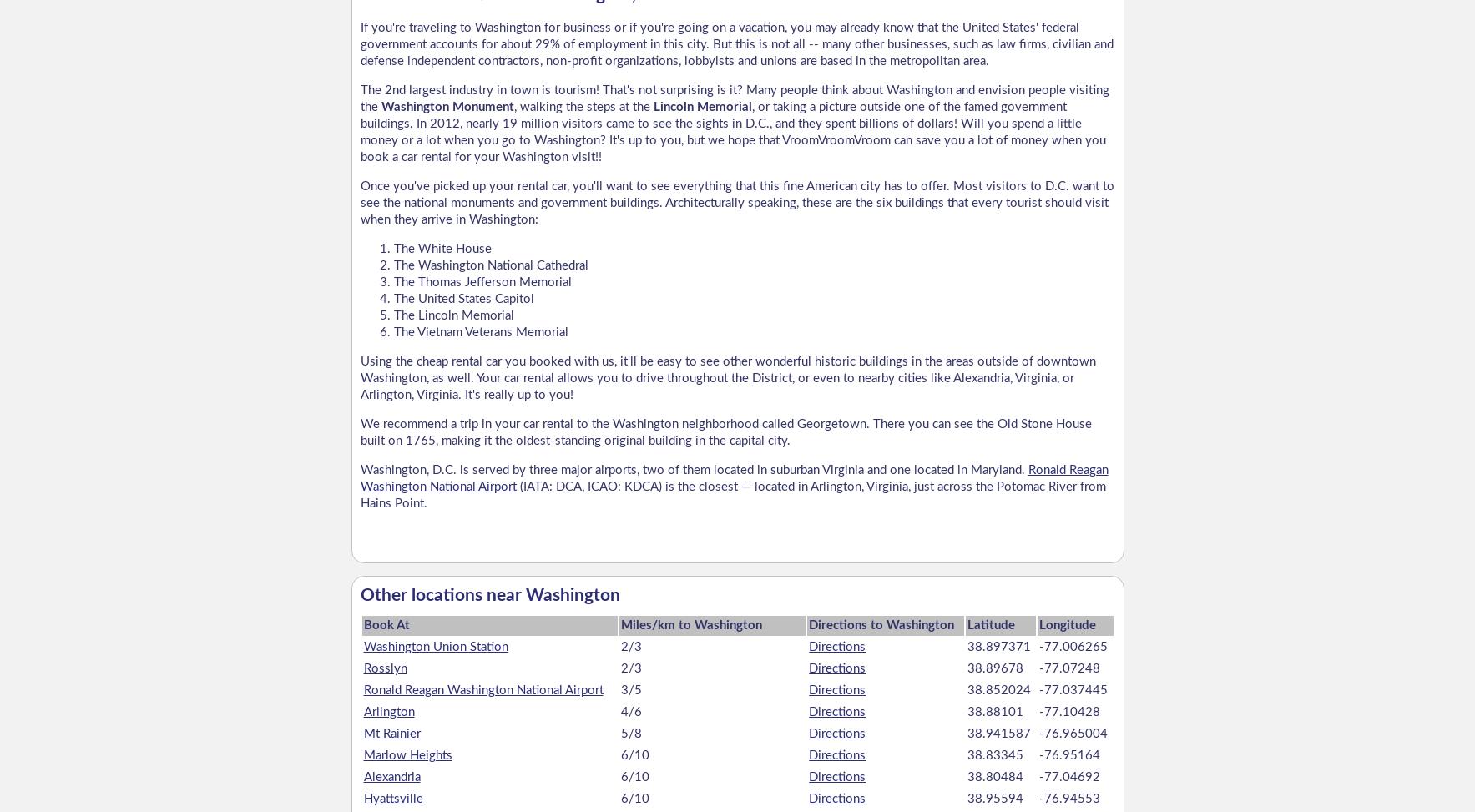 The image size is (1475, 812). Describe the element at coordinates (629, 688) in the screenshot. I see `'3/5'` at that location.